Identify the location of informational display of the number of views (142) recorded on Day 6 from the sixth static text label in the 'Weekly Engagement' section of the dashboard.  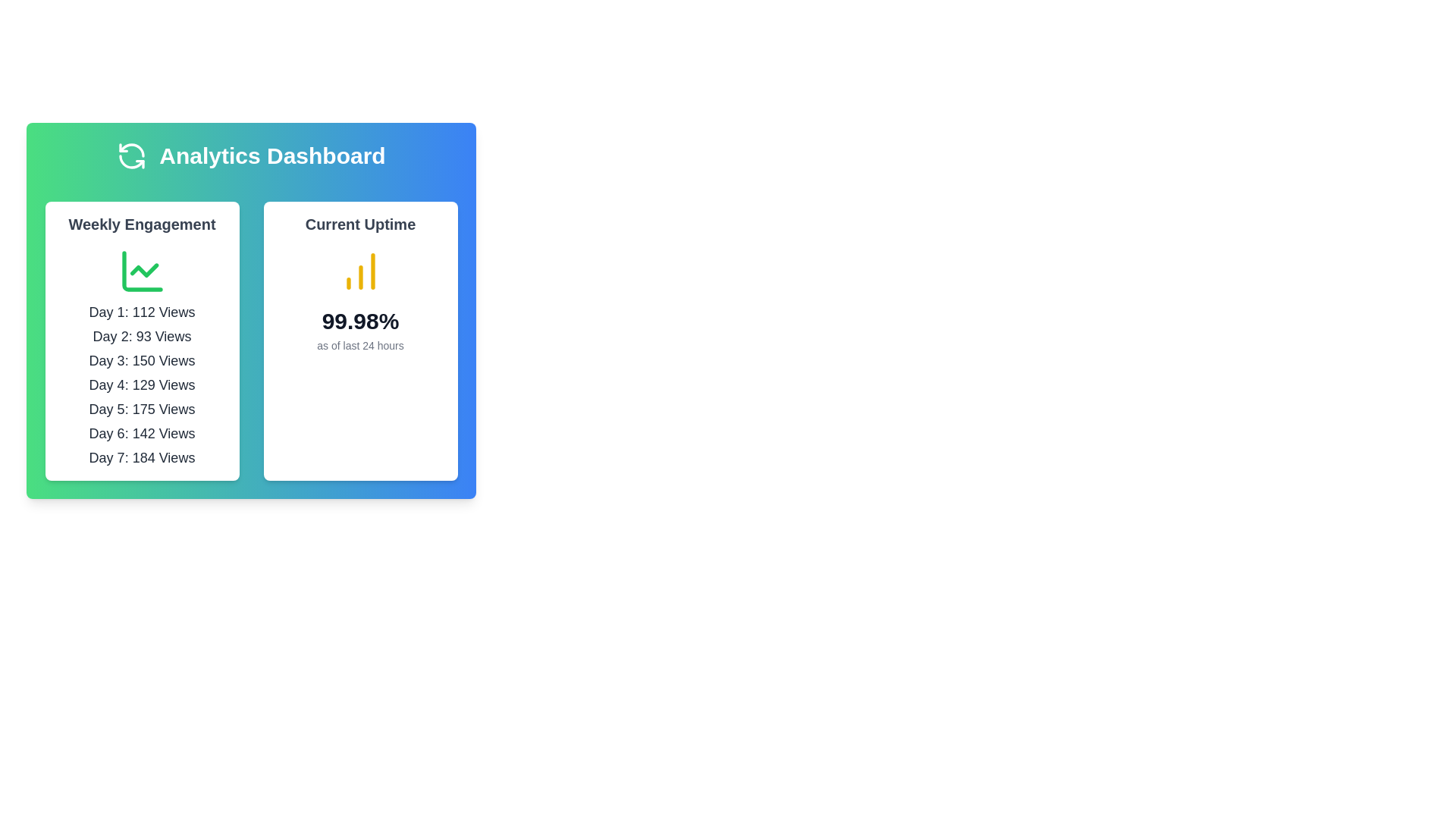
(142, 433).